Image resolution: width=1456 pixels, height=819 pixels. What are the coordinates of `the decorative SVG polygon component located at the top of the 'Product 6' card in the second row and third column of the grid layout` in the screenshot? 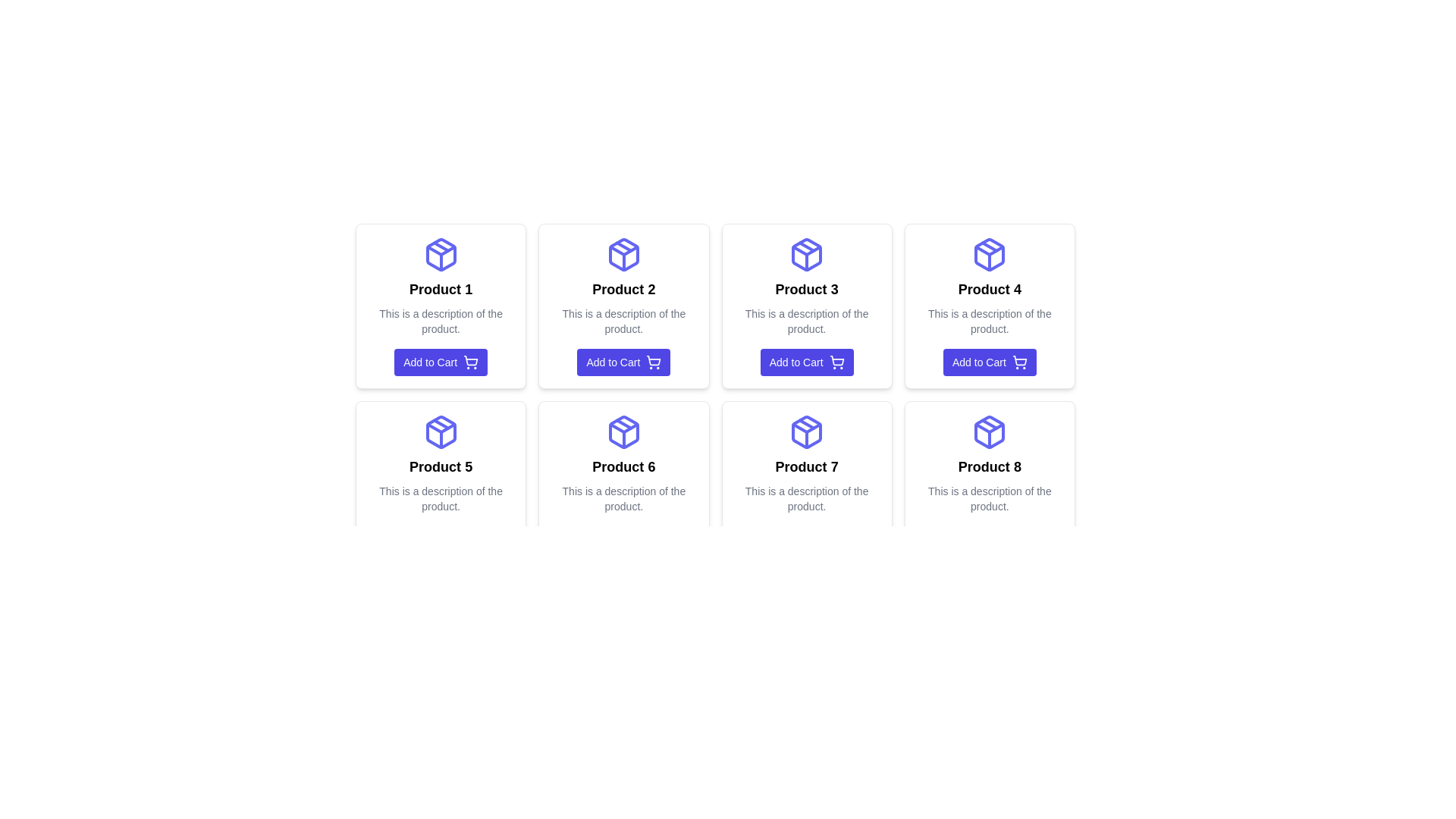 It's located at (623, 428).